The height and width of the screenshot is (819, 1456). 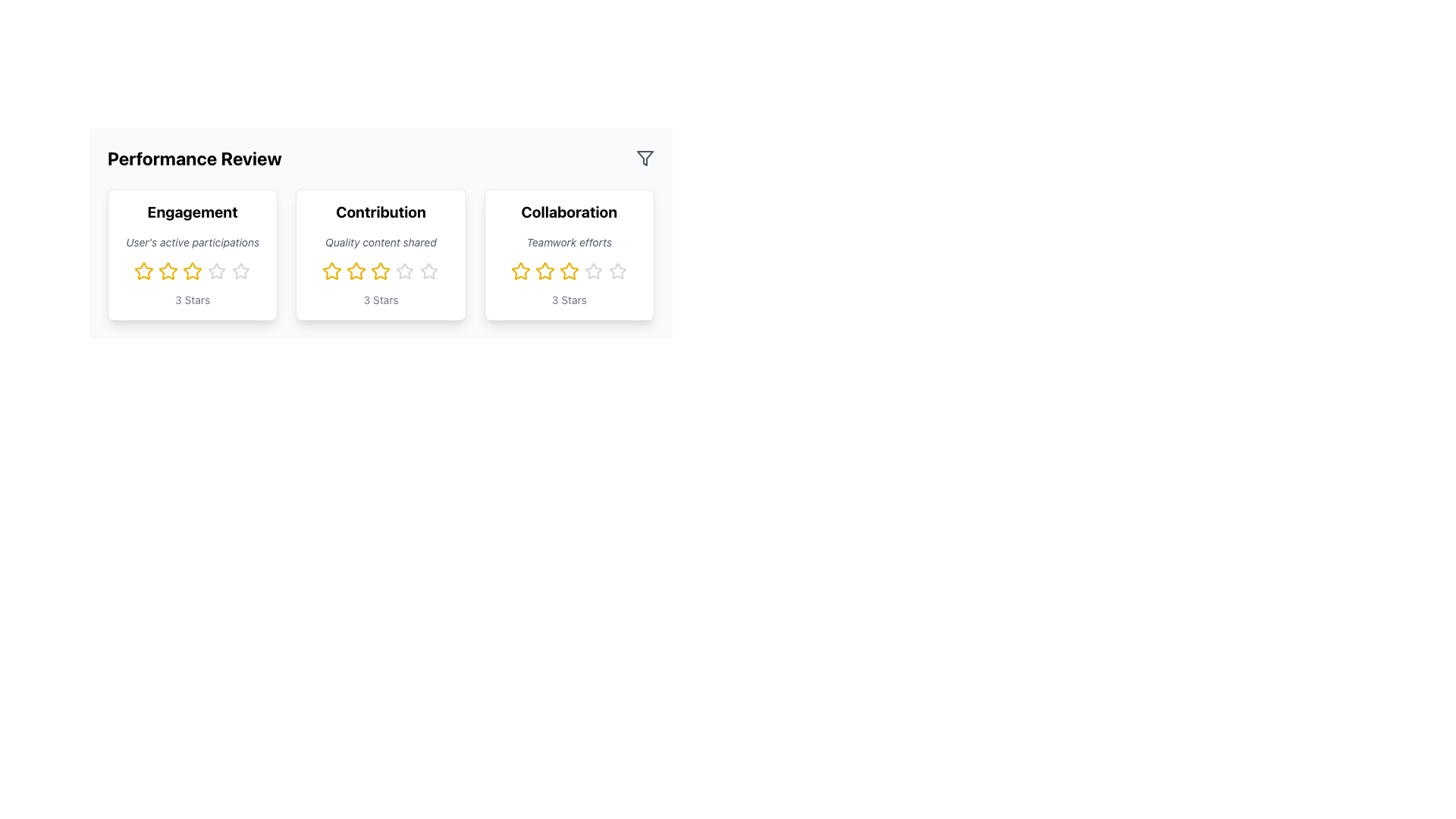 I want to click on the third star in the five-star rating system under the 'Contribution' card to interact with it, so click(x=381, y=271).